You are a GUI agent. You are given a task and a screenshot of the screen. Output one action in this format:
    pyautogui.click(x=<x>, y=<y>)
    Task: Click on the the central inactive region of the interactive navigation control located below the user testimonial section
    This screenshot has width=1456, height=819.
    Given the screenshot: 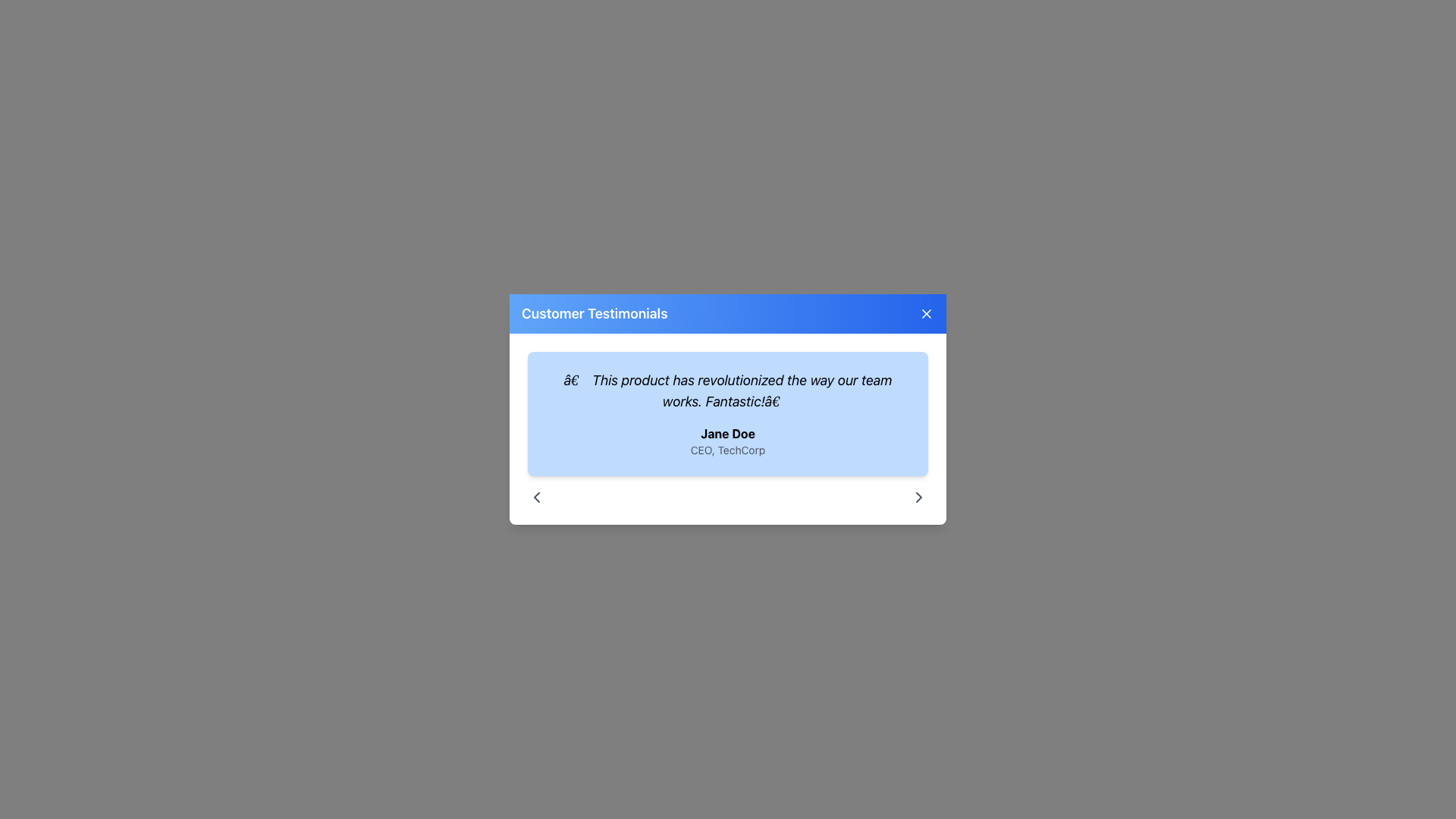 What is the action you would take?
    pyautogui.click(x=728, y=497)
    